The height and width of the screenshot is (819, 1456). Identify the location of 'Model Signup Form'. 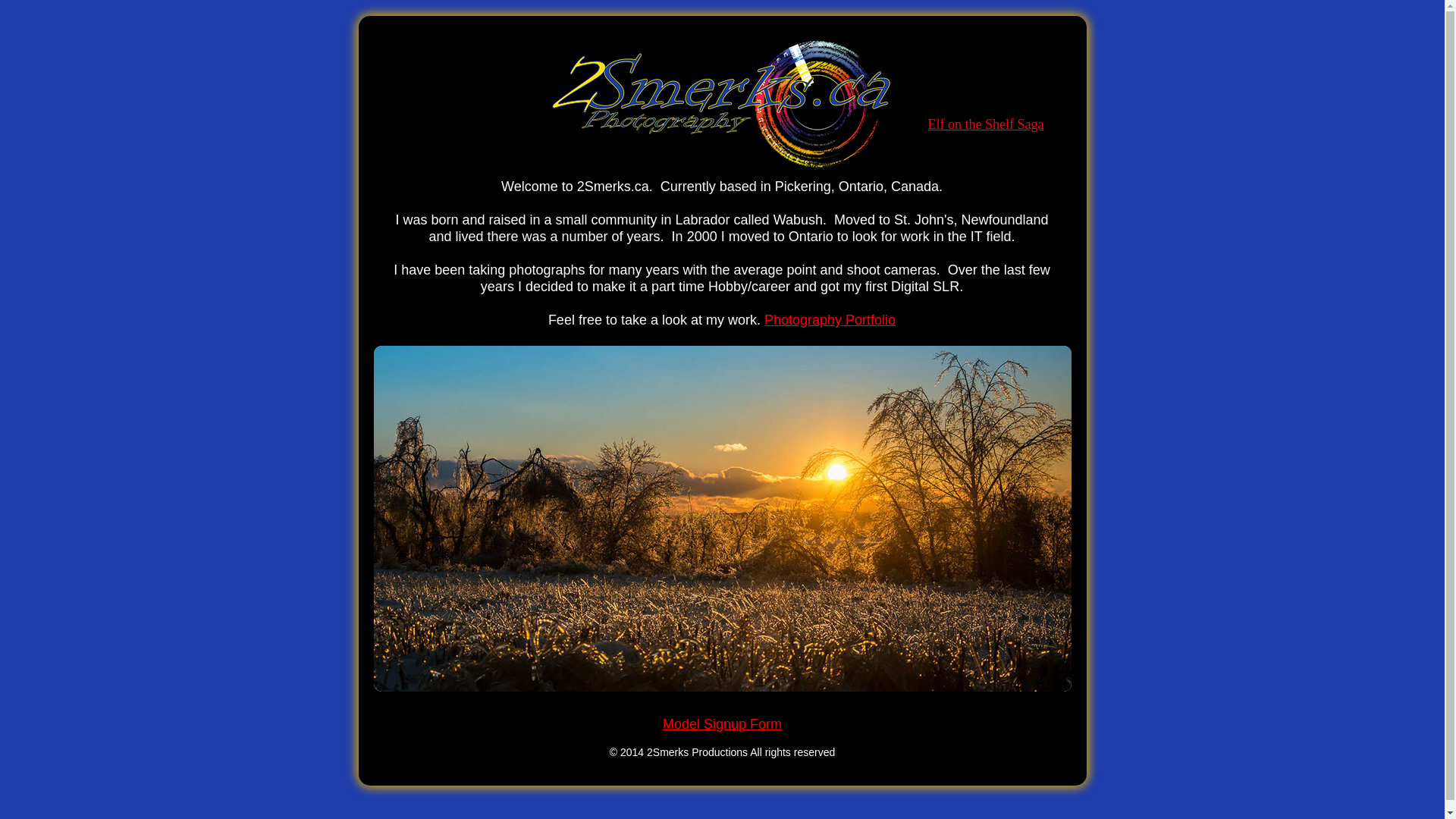
(721, 723).